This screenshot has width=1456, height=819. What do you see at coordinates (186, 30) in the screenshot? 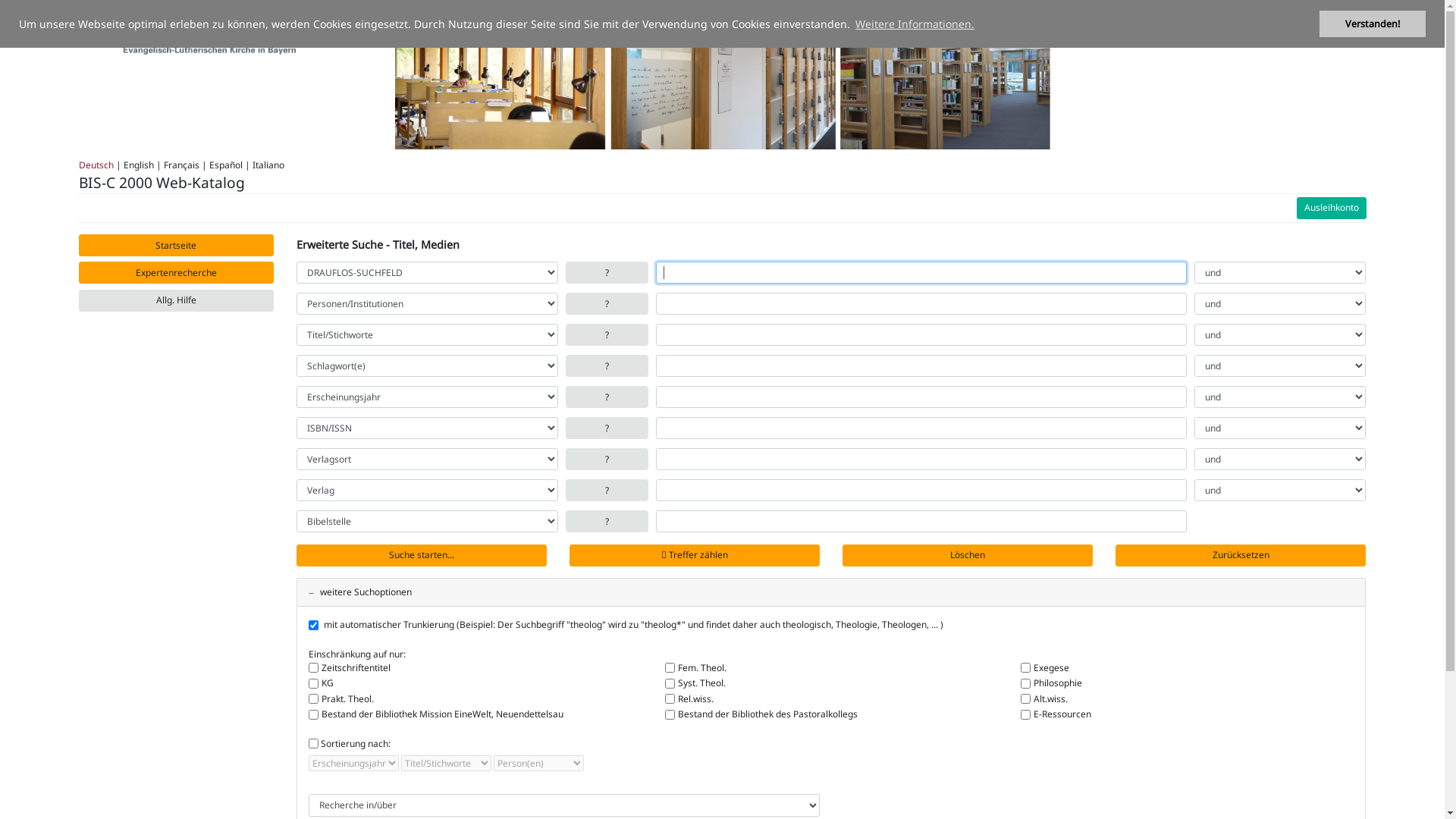
I see `'AHS - Bibliothek'` at bounding box center [186, 30].